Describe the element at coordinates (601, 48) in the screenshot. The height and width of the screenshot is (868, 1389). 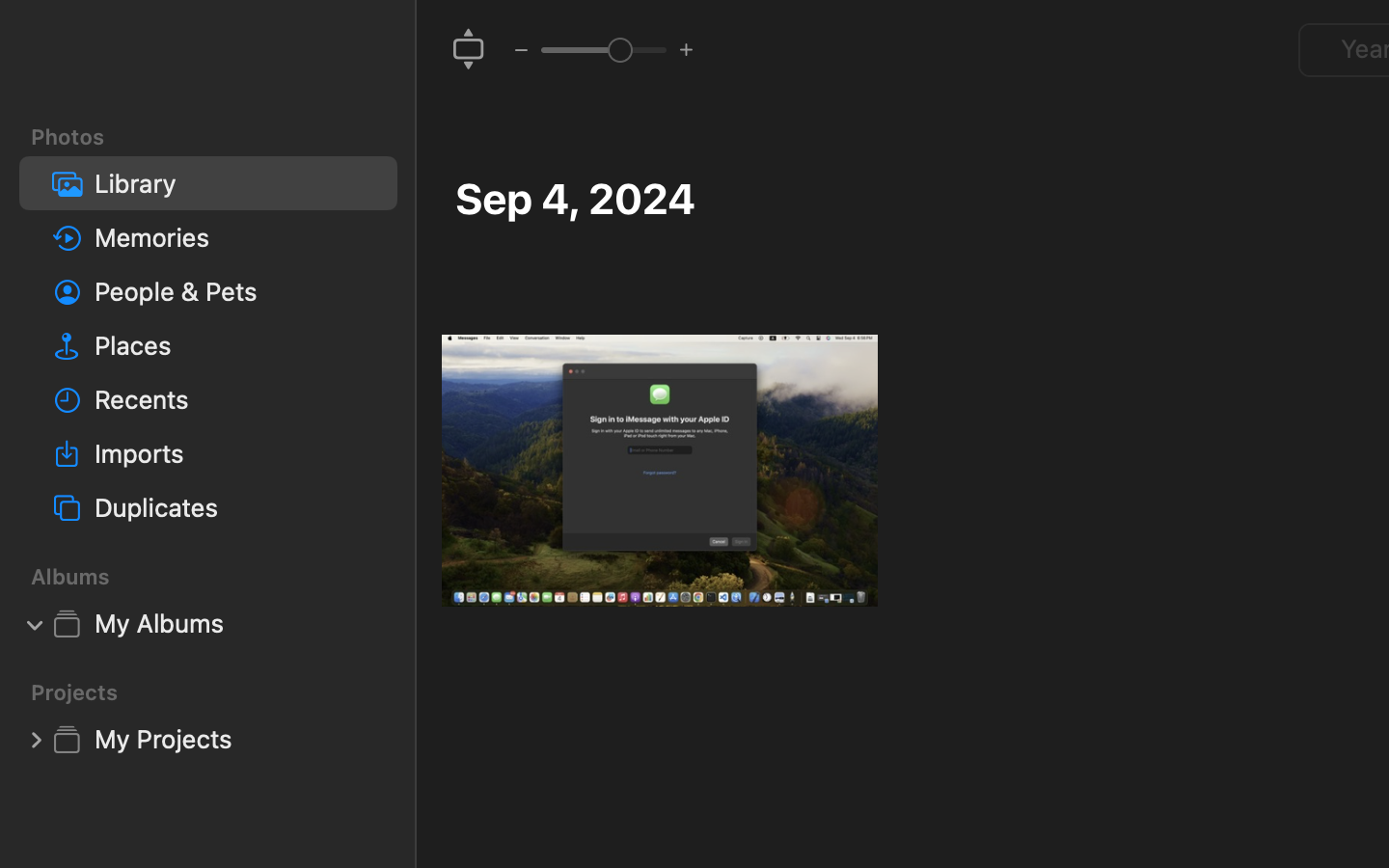
I see `'2.0'` at that location.